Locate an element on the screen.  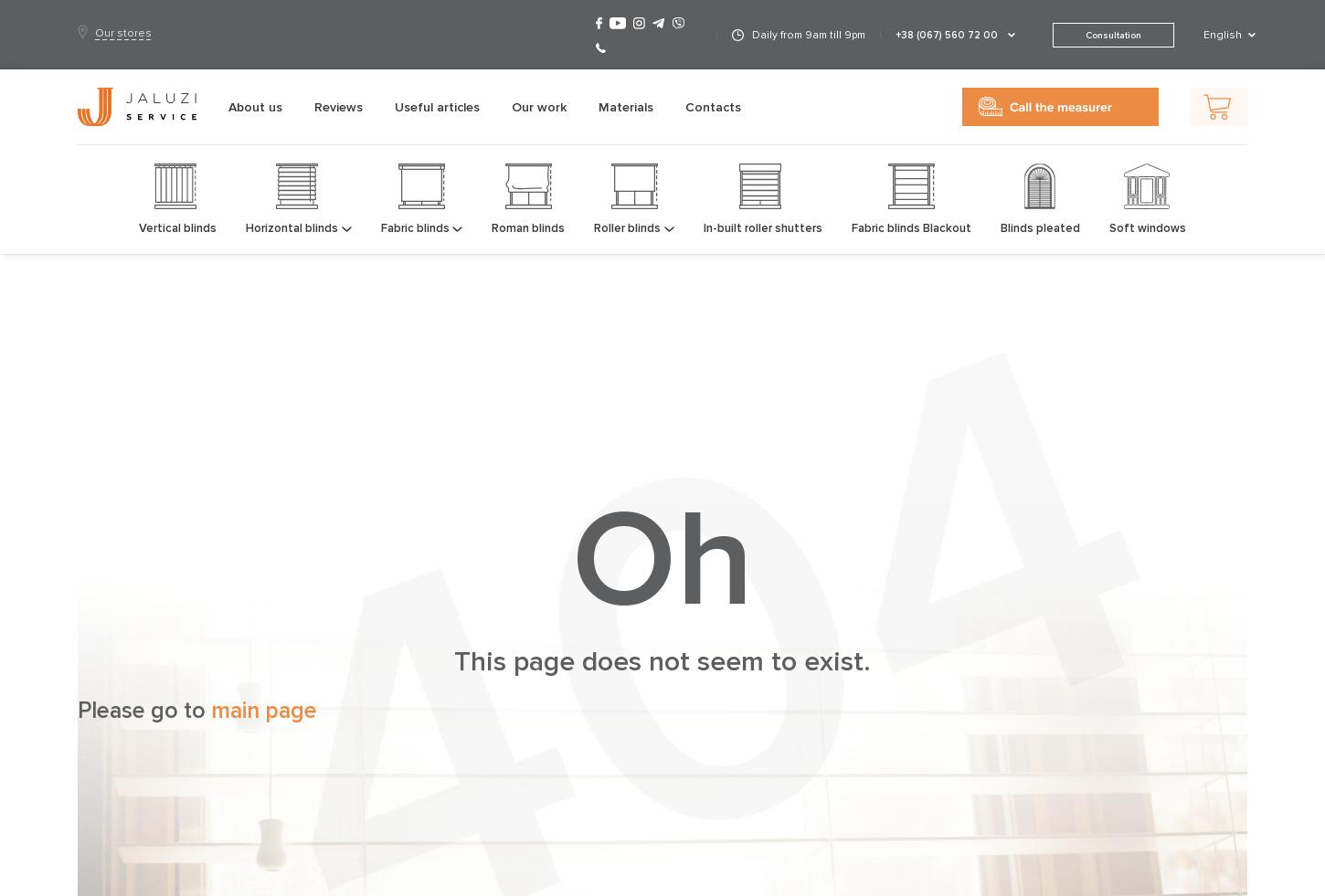
'Our stores' is located at coordinates (122, 31).